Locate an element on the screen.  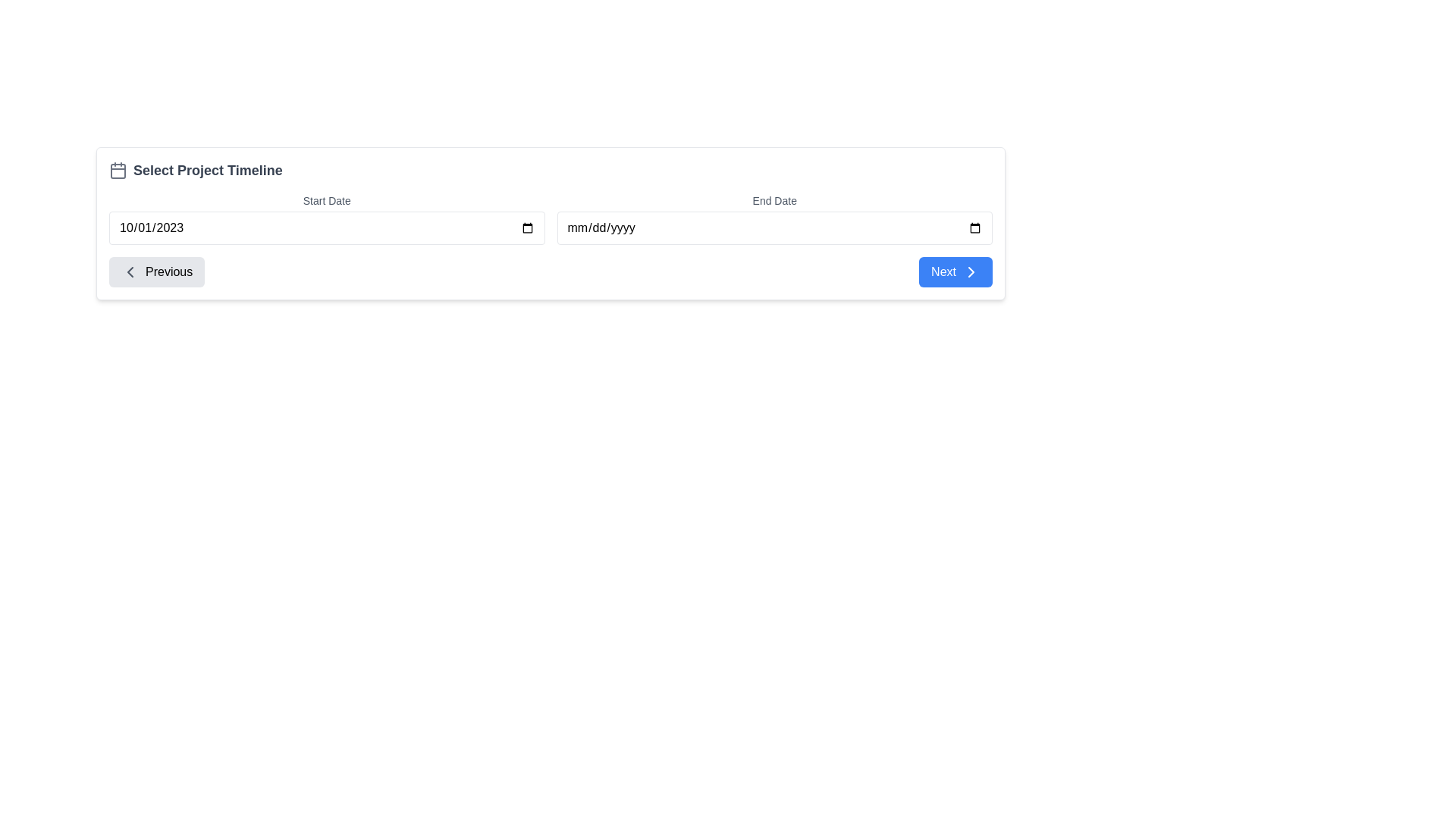
the minimalistic chevron icon pointing to the right, which is located on the right side of the 'Next' button is located at coordinates (971, 271).